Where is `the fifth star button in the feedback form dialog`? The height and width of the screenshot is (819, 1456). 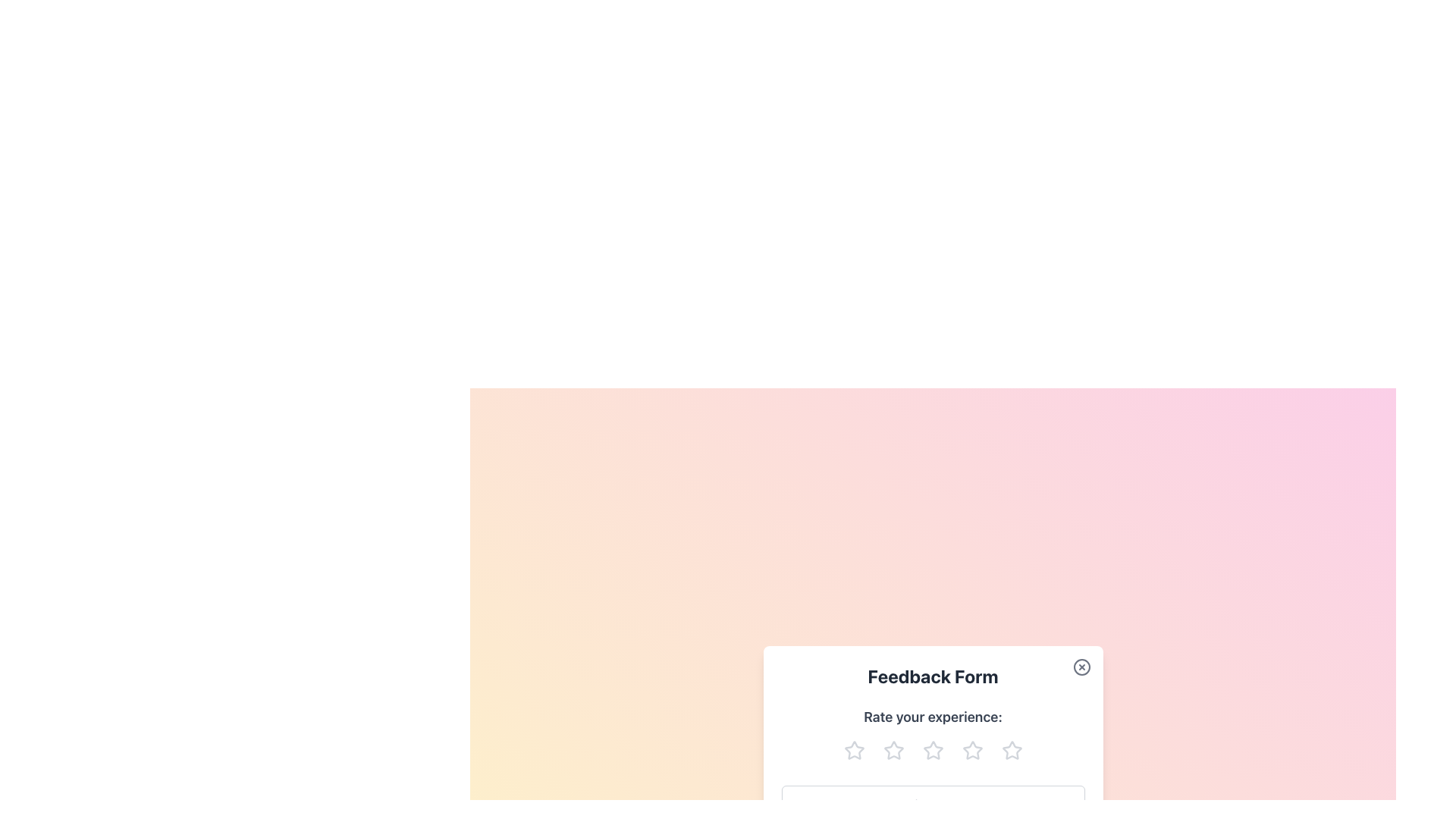 the fifth star button in the feedback form dialog is located at coordinates (1012, 751).